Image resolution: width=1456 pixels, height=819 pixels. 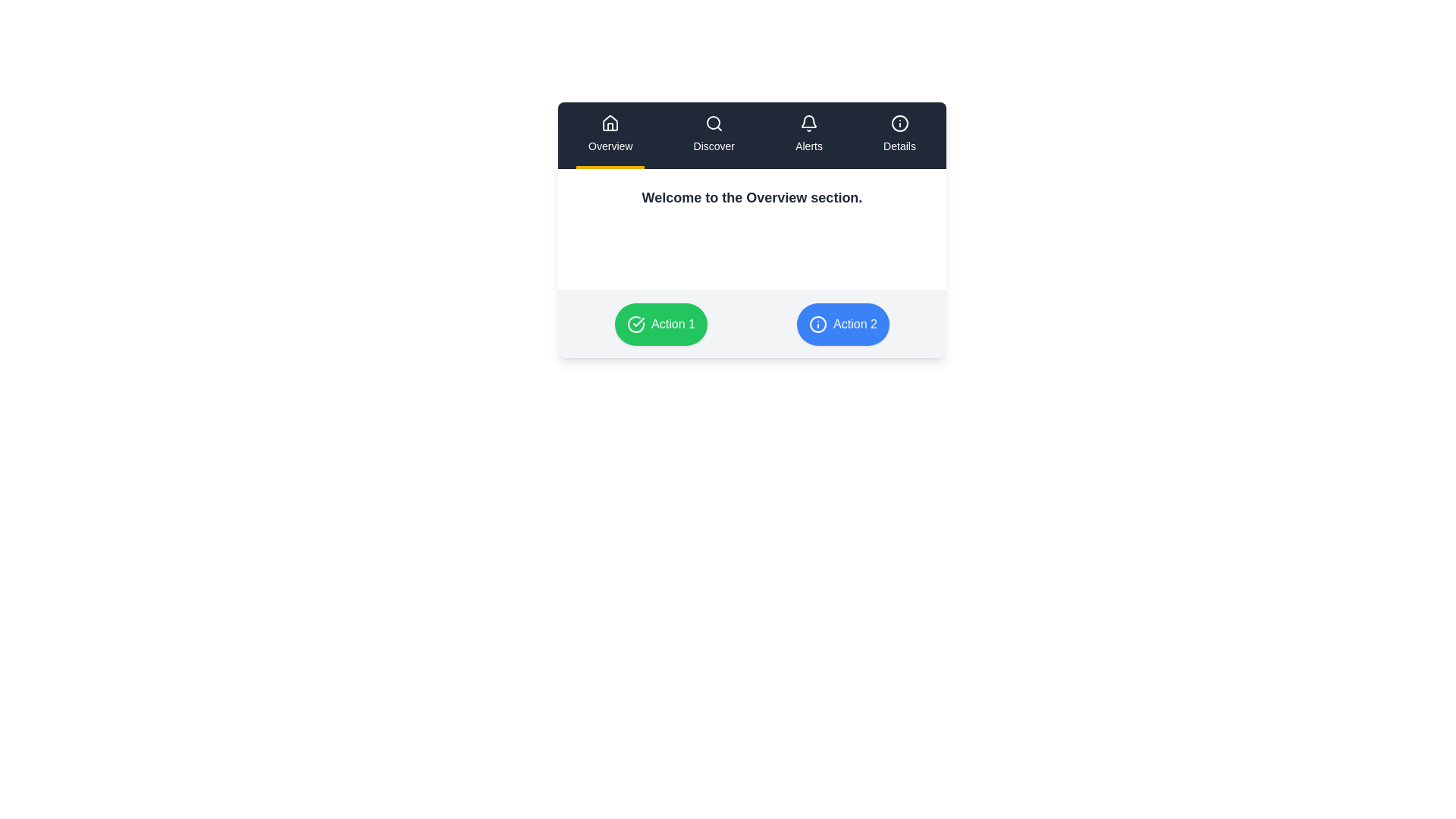 I want to click on the circular graphical component inside the 'Details' icon located in the top navigation bar on the far right, so click(x=899, y=122).